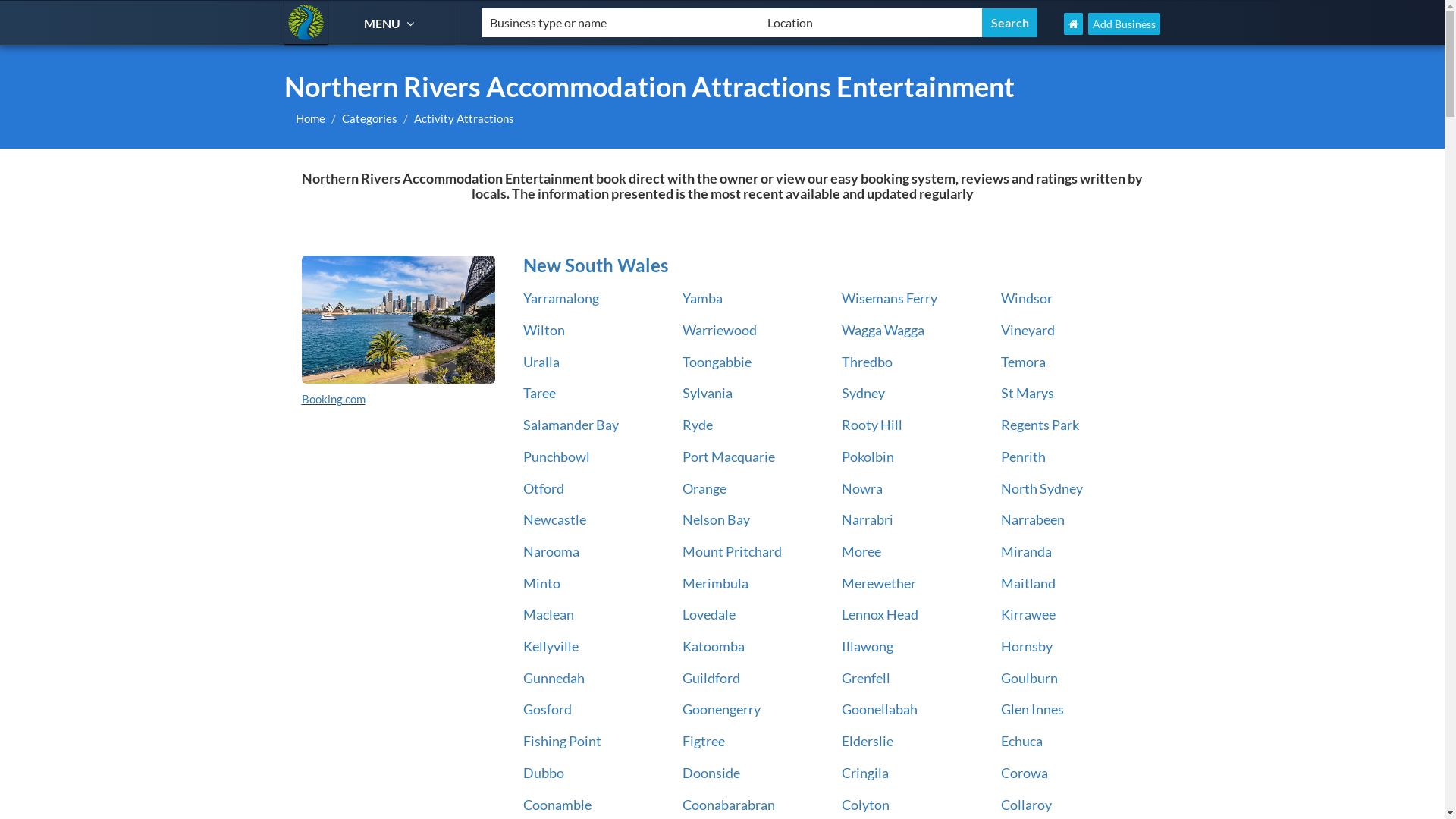 The image size is (1456, 819). What do you see at coordinates (867, 362) in the screenshot?
I see `'Thredbo'` at bounding box center [867, 362].